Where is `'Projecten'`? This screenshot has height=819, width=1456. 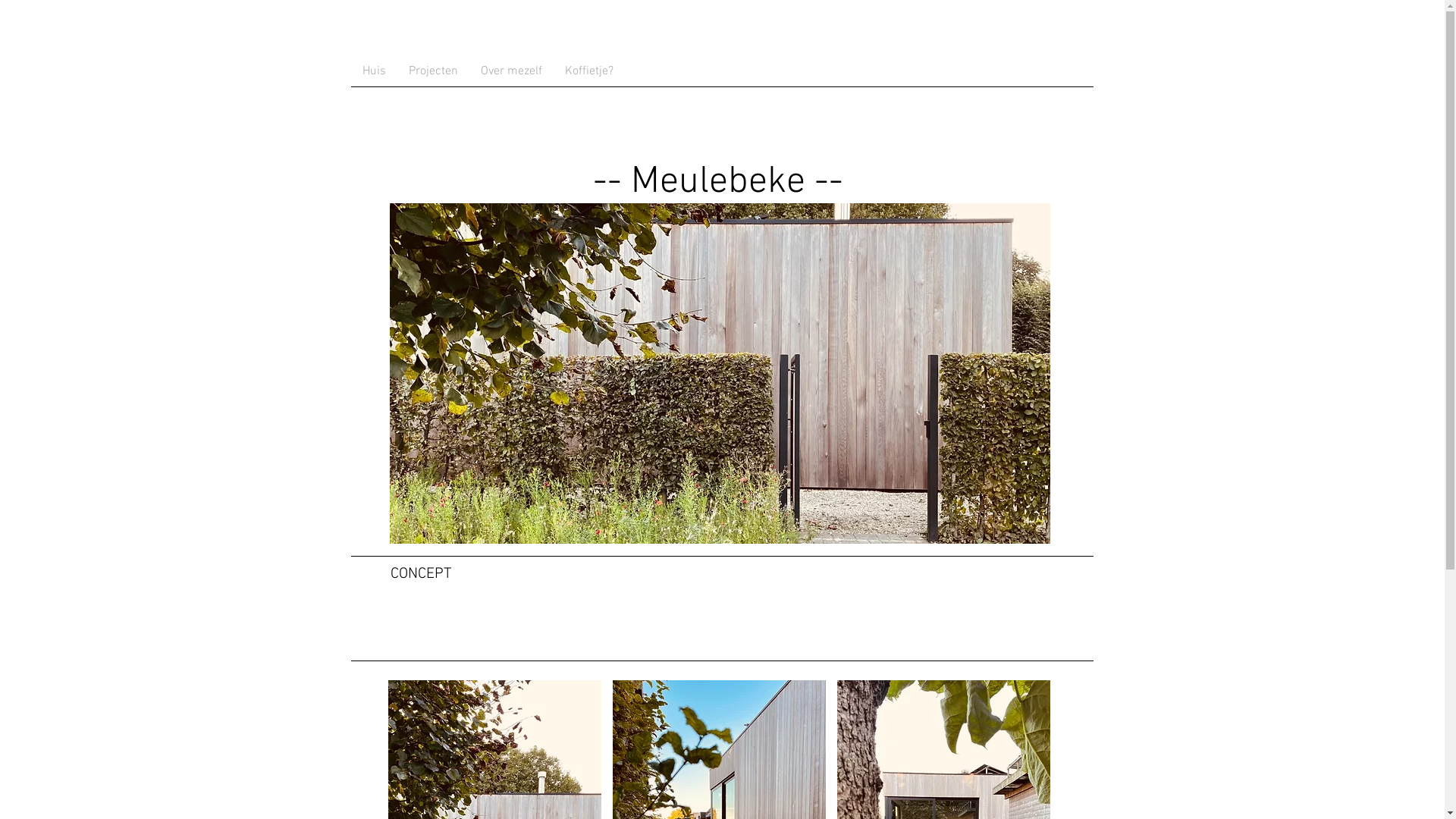
'Projecten' is located at coordinates (432, 71).